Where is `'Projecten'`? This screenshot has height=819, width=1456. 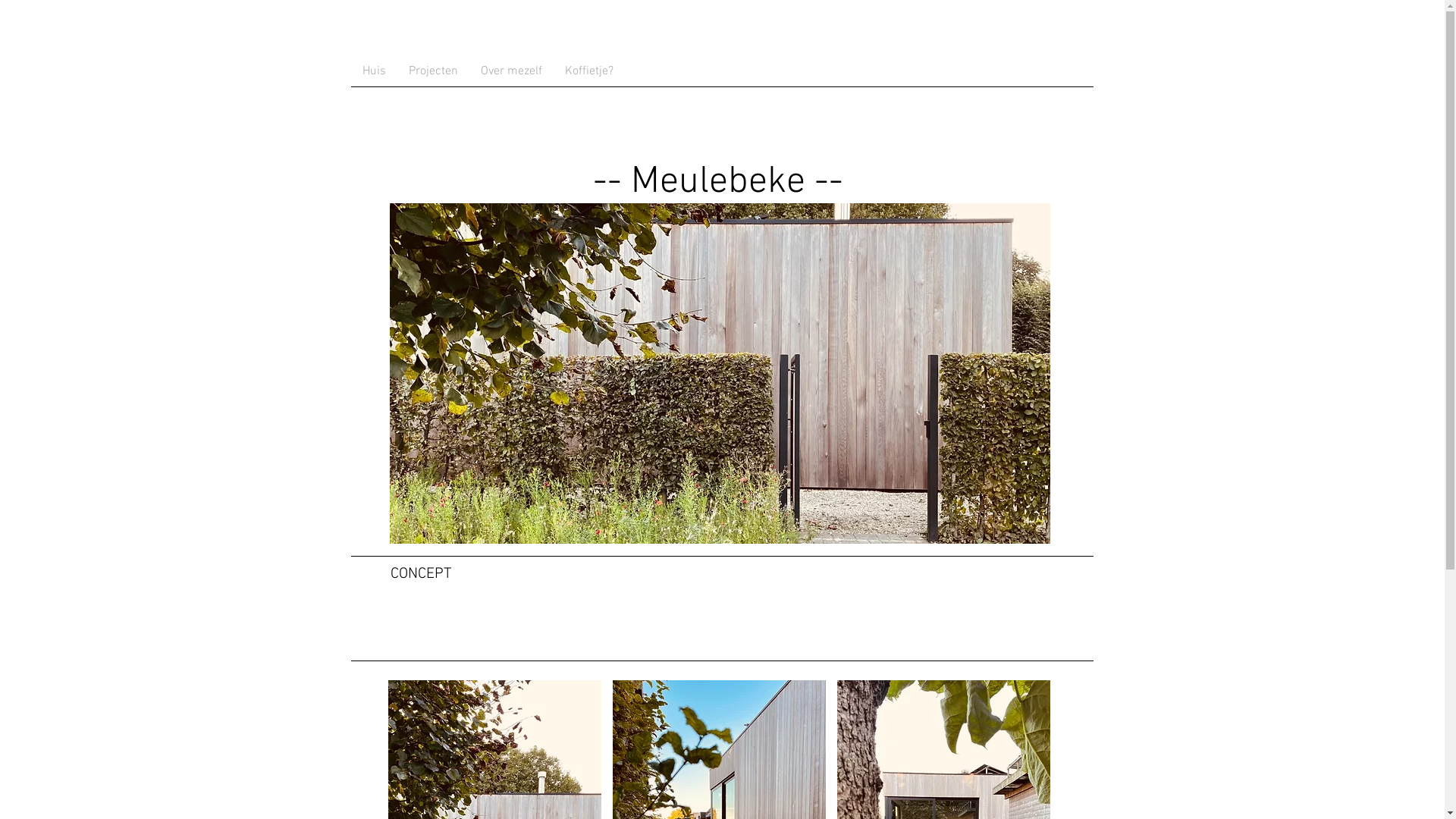
'Projecten' is located at coordinates (432, 71).